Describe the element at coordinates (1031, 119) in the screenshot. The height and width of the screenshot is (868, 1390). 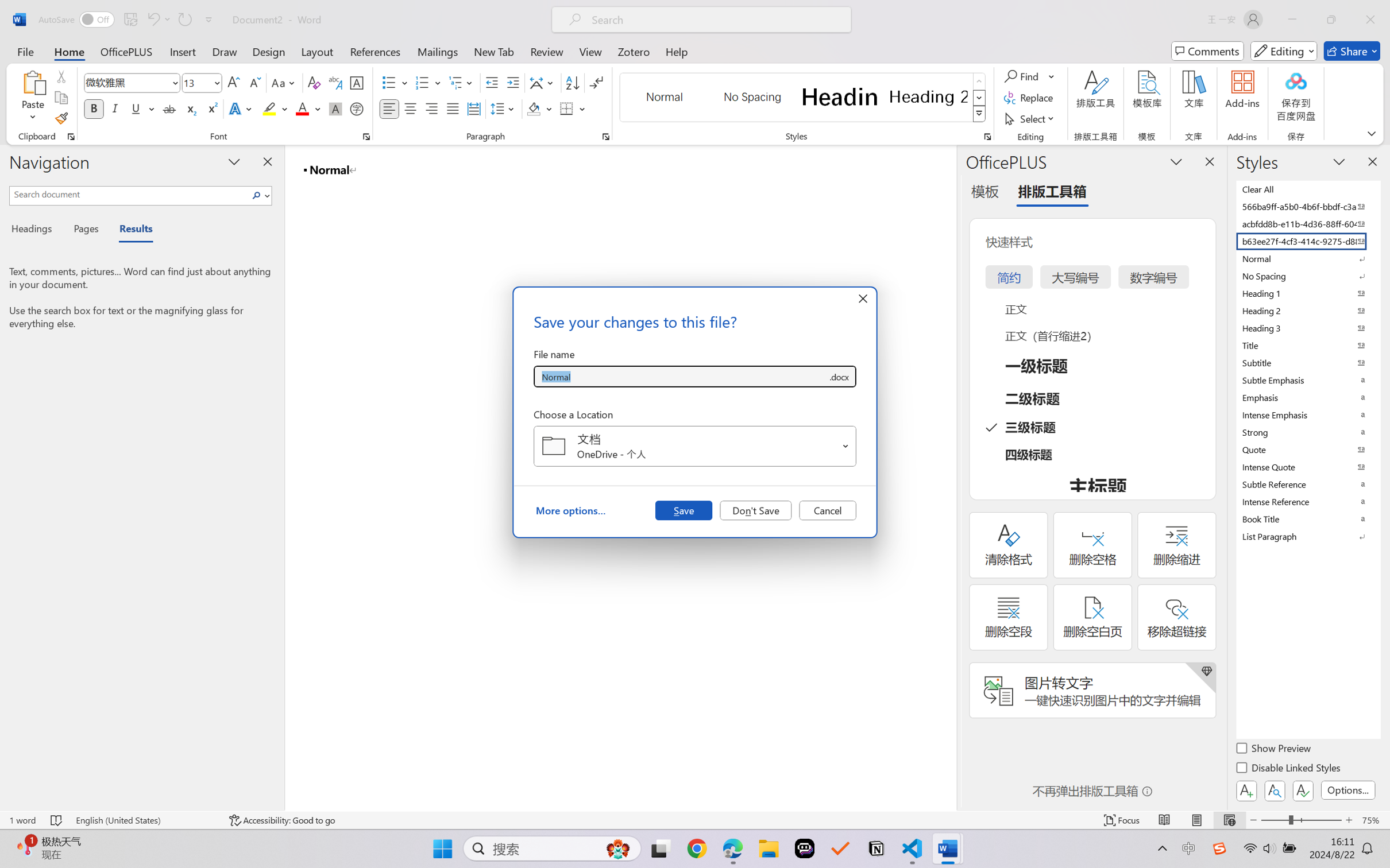
I see `'Select'` at that location.